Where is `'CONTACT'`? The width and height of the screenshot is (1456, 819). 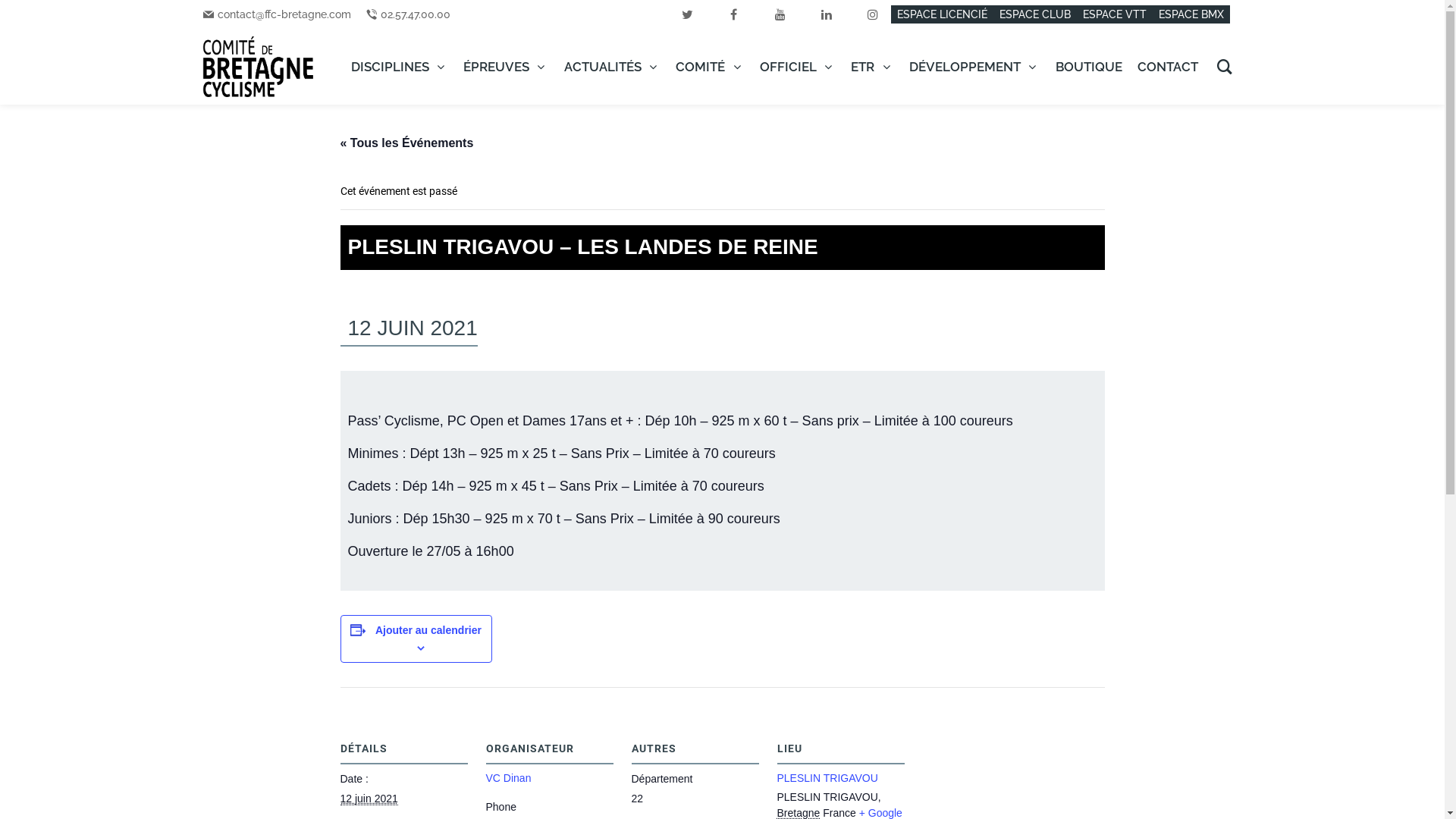 'CONTACT' is located at coordinates (1167, 66).